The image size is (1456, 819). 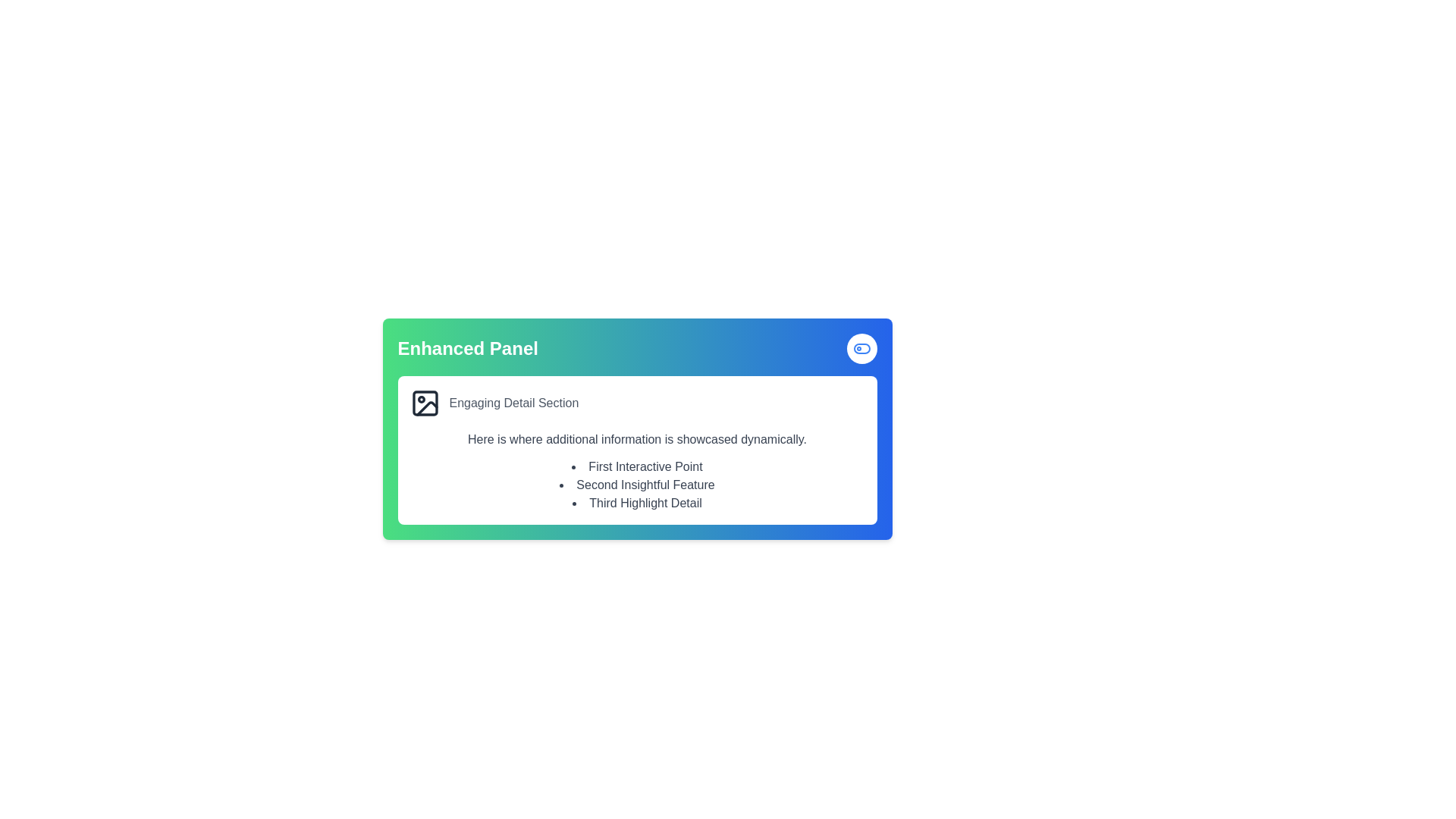 What do you see at coordinates (637, 503) in the screenshot?
I see `descriptive text label that is the third item in the bulleted list under 'Enhanced Panel' and 'Engaging Detail Section'` at bounding box center [637, 503].